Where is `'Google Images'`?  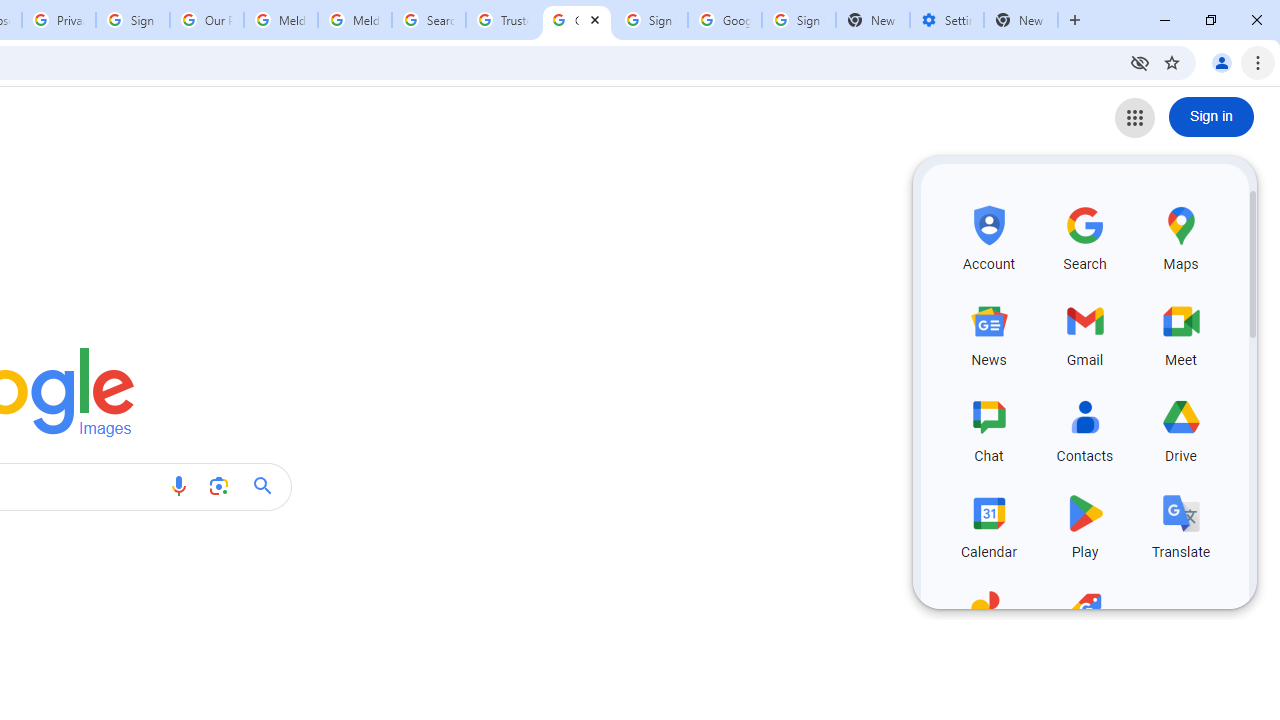 'Google Images' is located at coordinates (576, 20).